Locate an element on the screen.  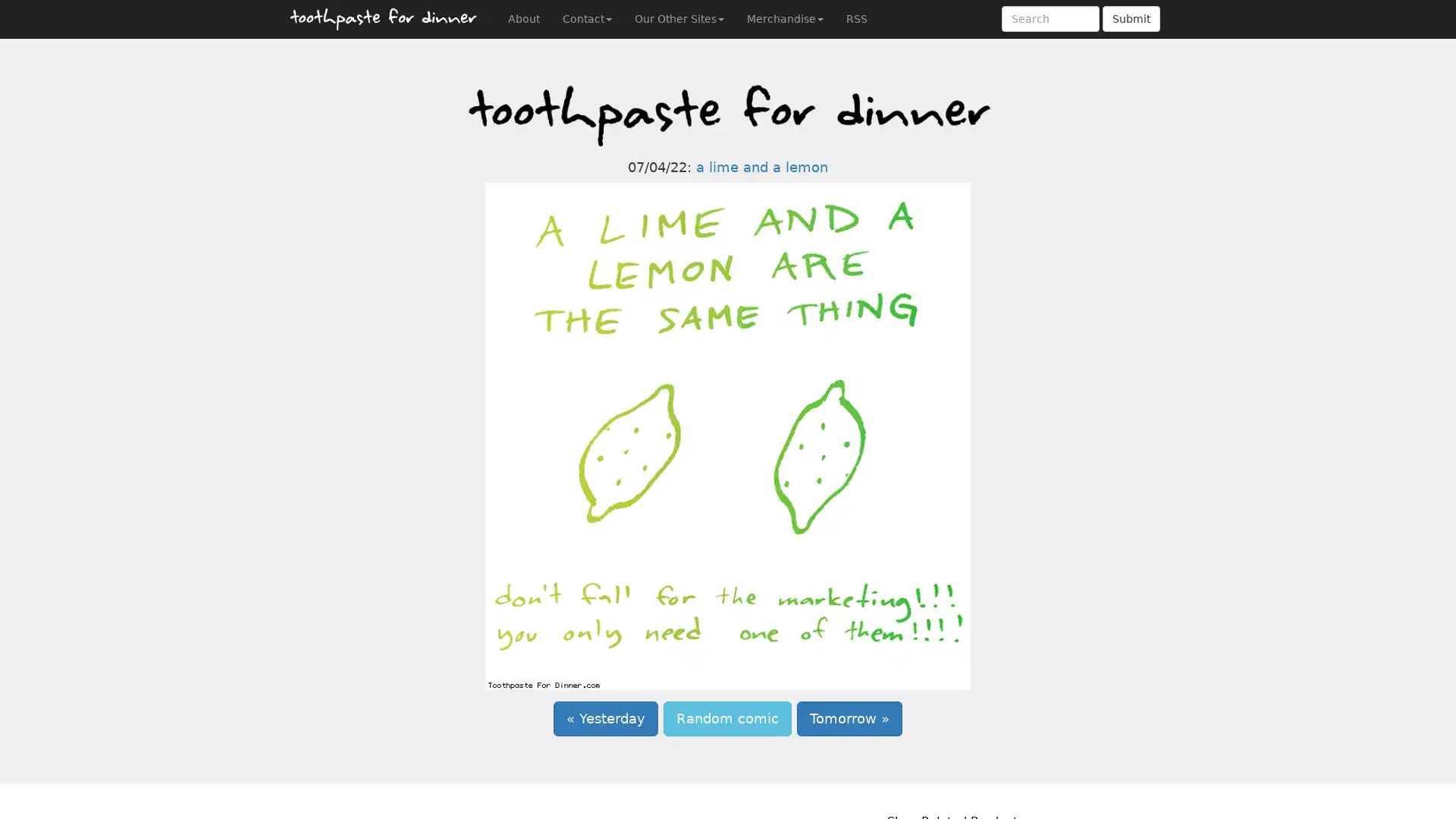
Submit is located at coordinates (1131, 18).